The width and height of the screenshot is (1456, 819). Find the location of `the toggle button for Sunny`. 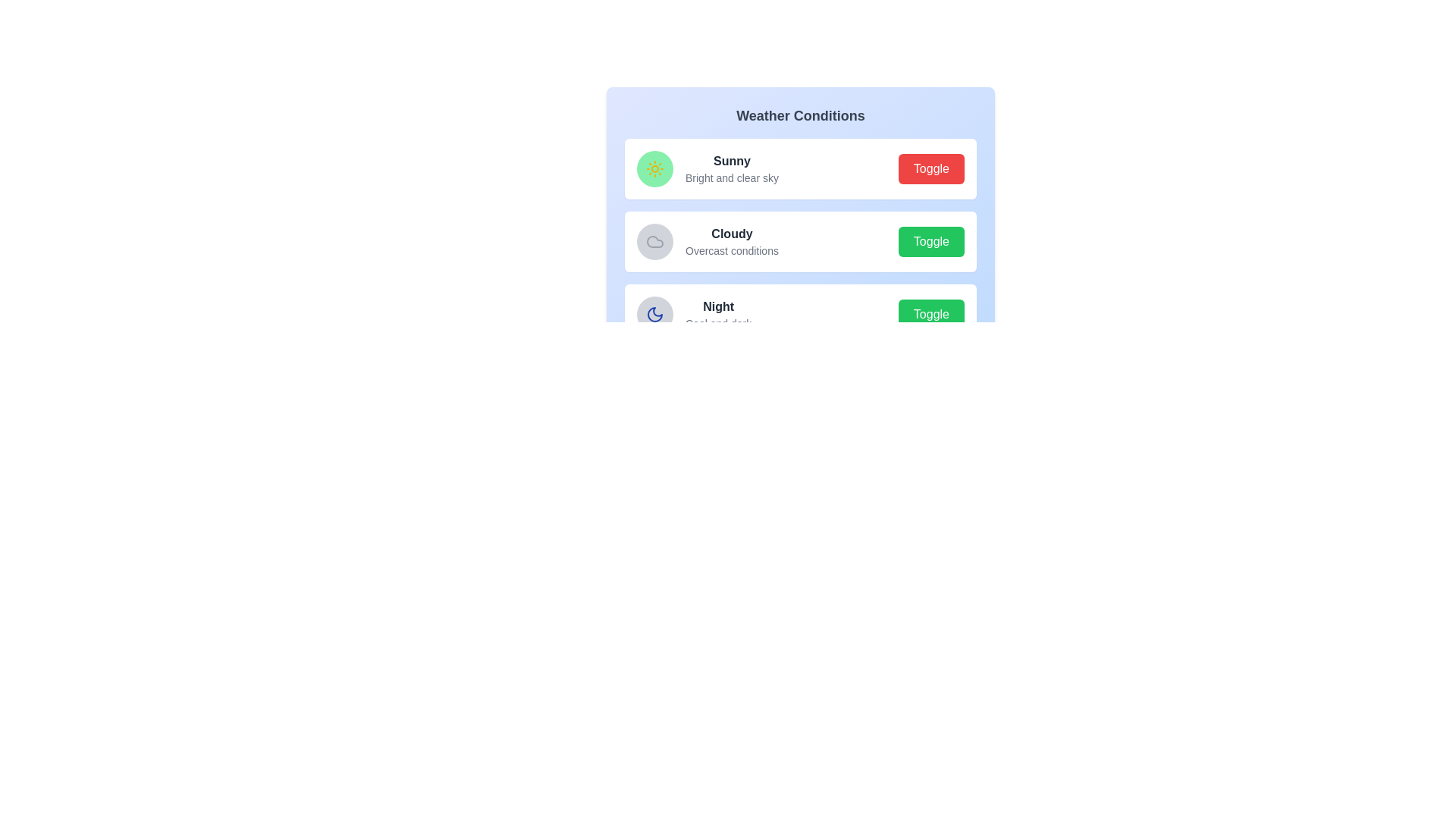

the toggle button for Sunny is located at coordinates (930, 169).